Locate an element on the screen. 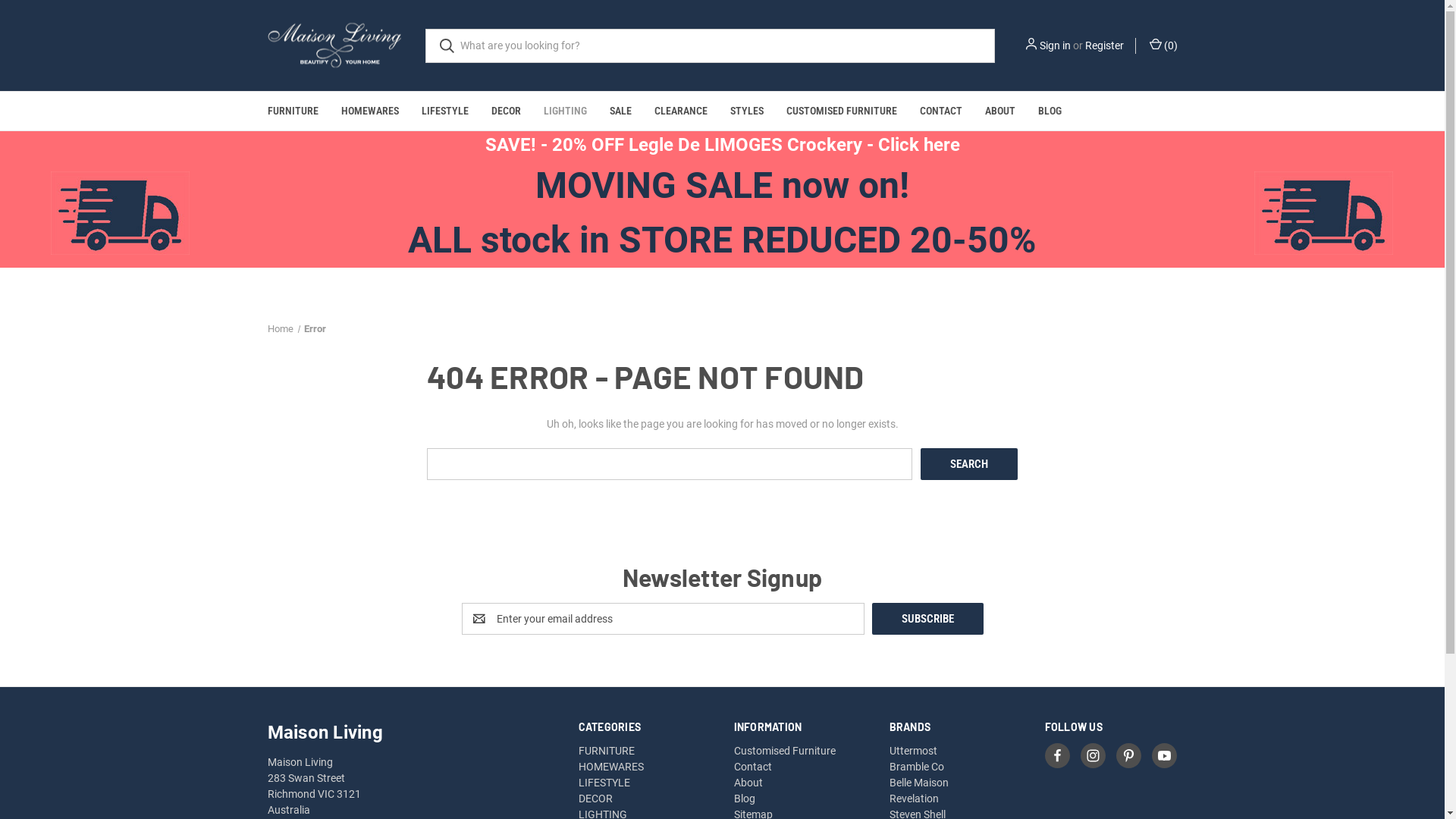 This screenshot has height=819, width=1456. '(0)' is located at coordinates (1160, 45).